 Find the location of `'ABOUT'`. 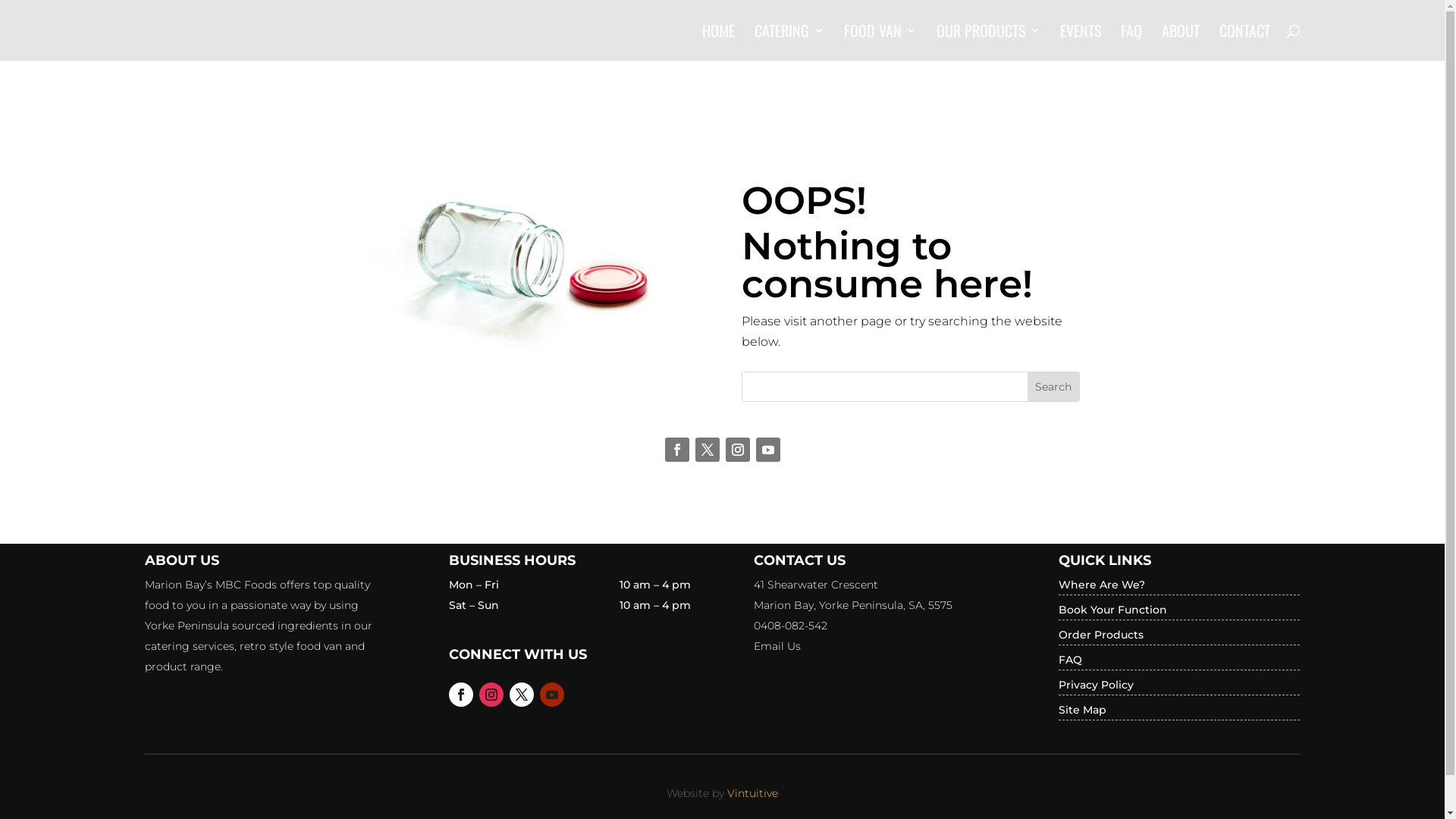

'ABOUT' is located at coordinates (1179, 42).